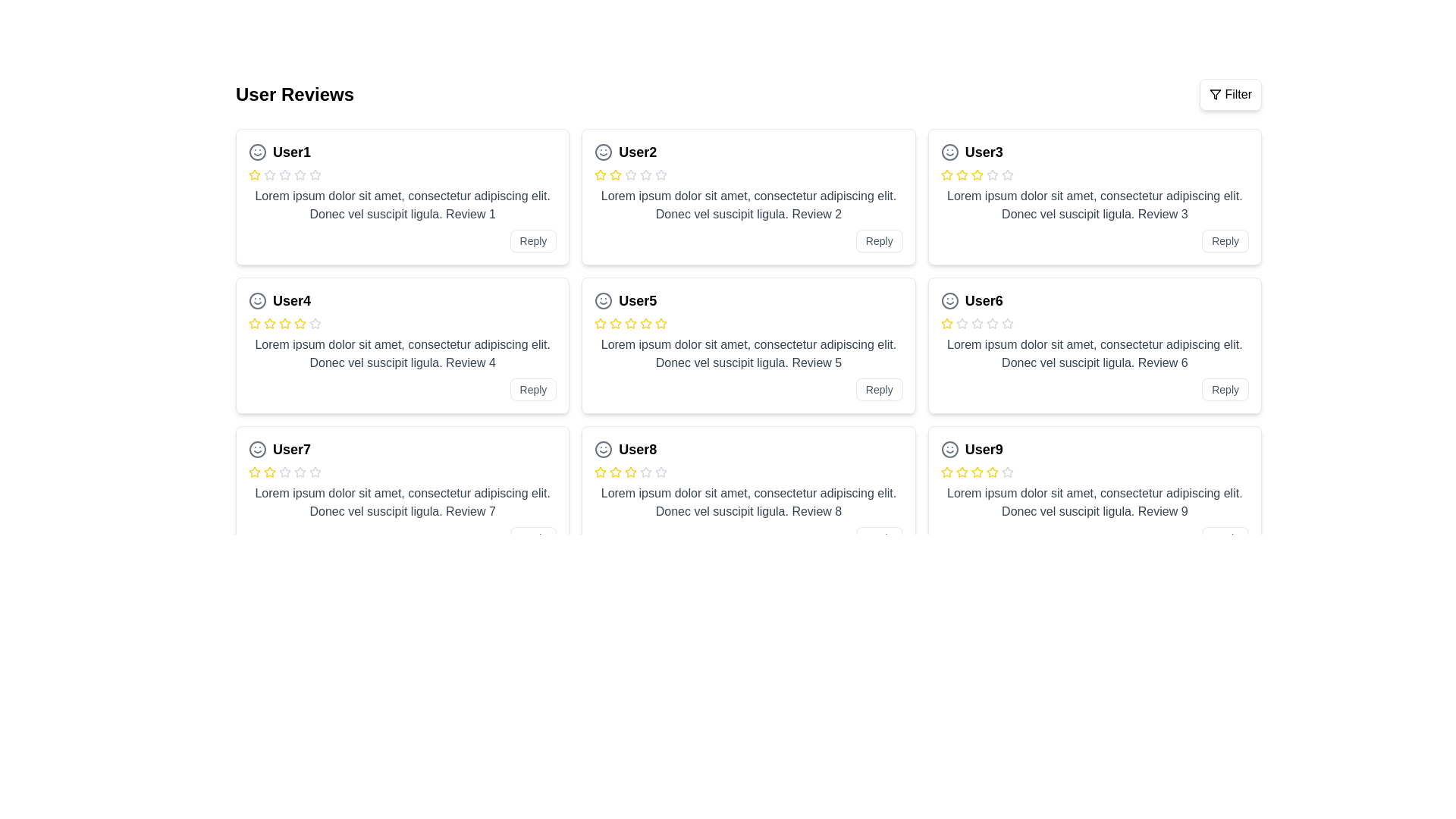  I want to click on the static text block displaying the review content for 'User4', which is styled in gray and positioned below the star rating and above the 'Reply' button, so click(403, 353).